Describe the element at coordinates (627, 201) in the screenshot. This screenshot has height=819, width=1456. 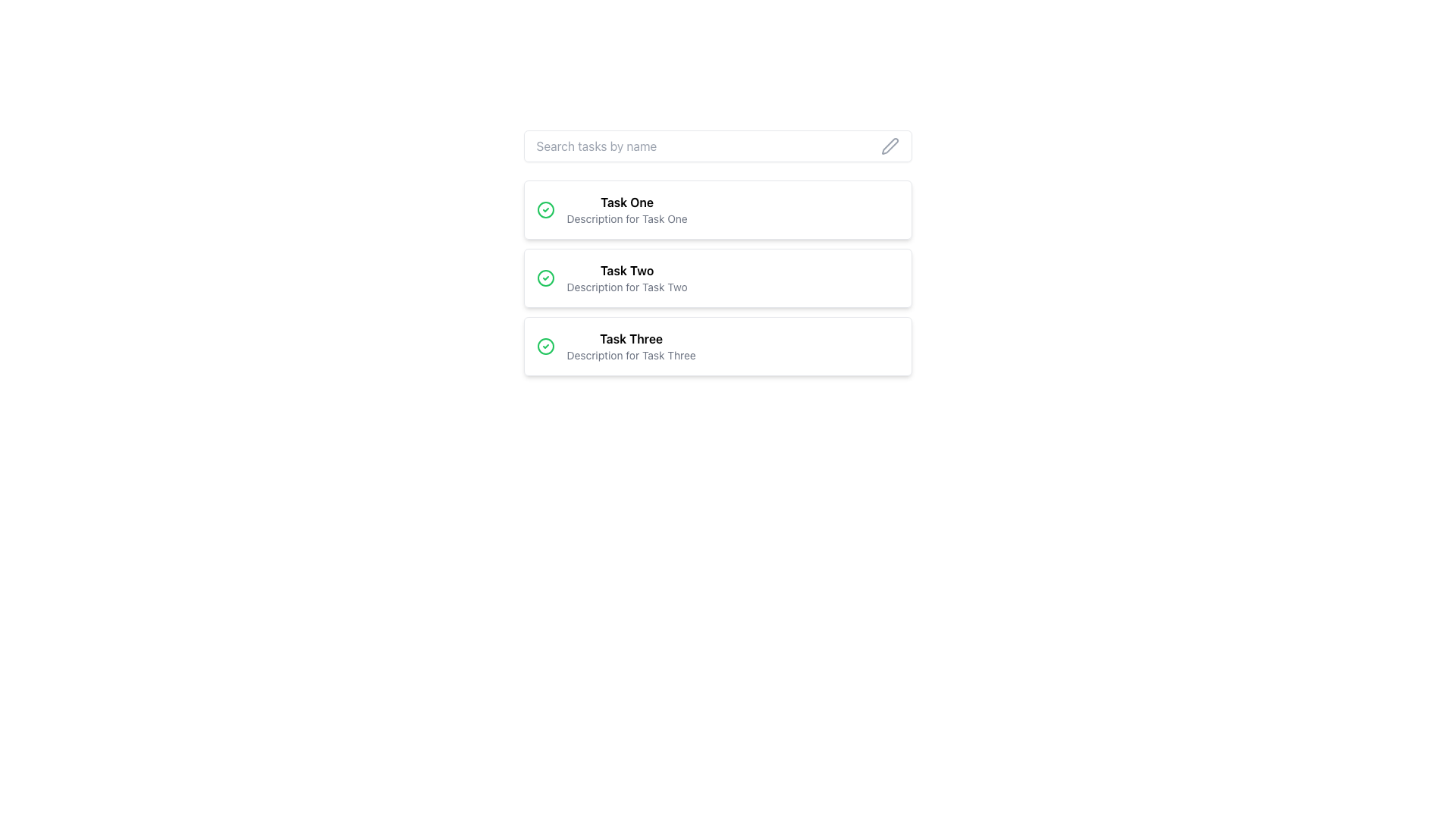
I see `the bold text label 'Task One'` at that location.